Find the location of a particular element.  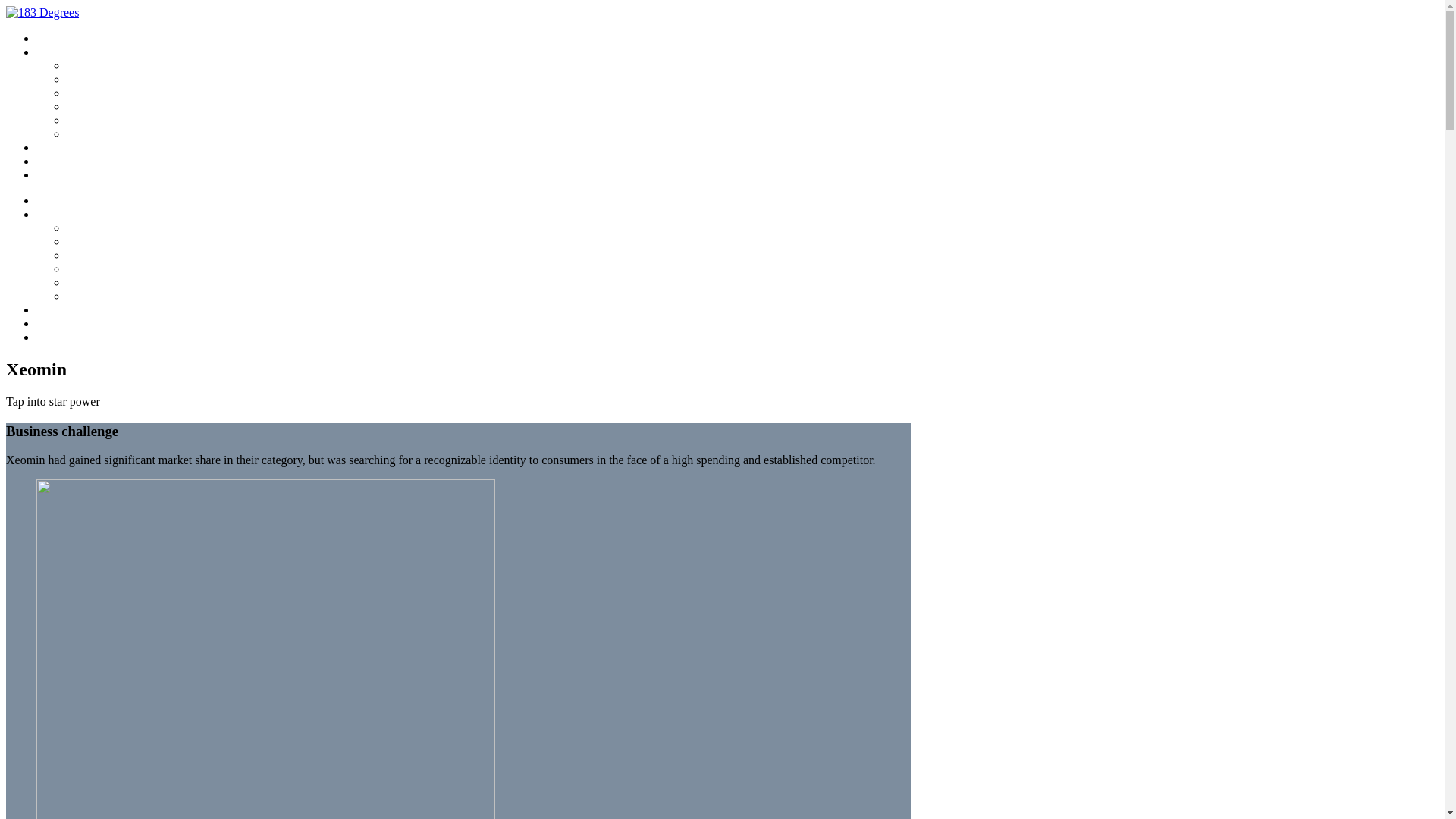

'Featured Projects' is located at coordinates (75, 214).